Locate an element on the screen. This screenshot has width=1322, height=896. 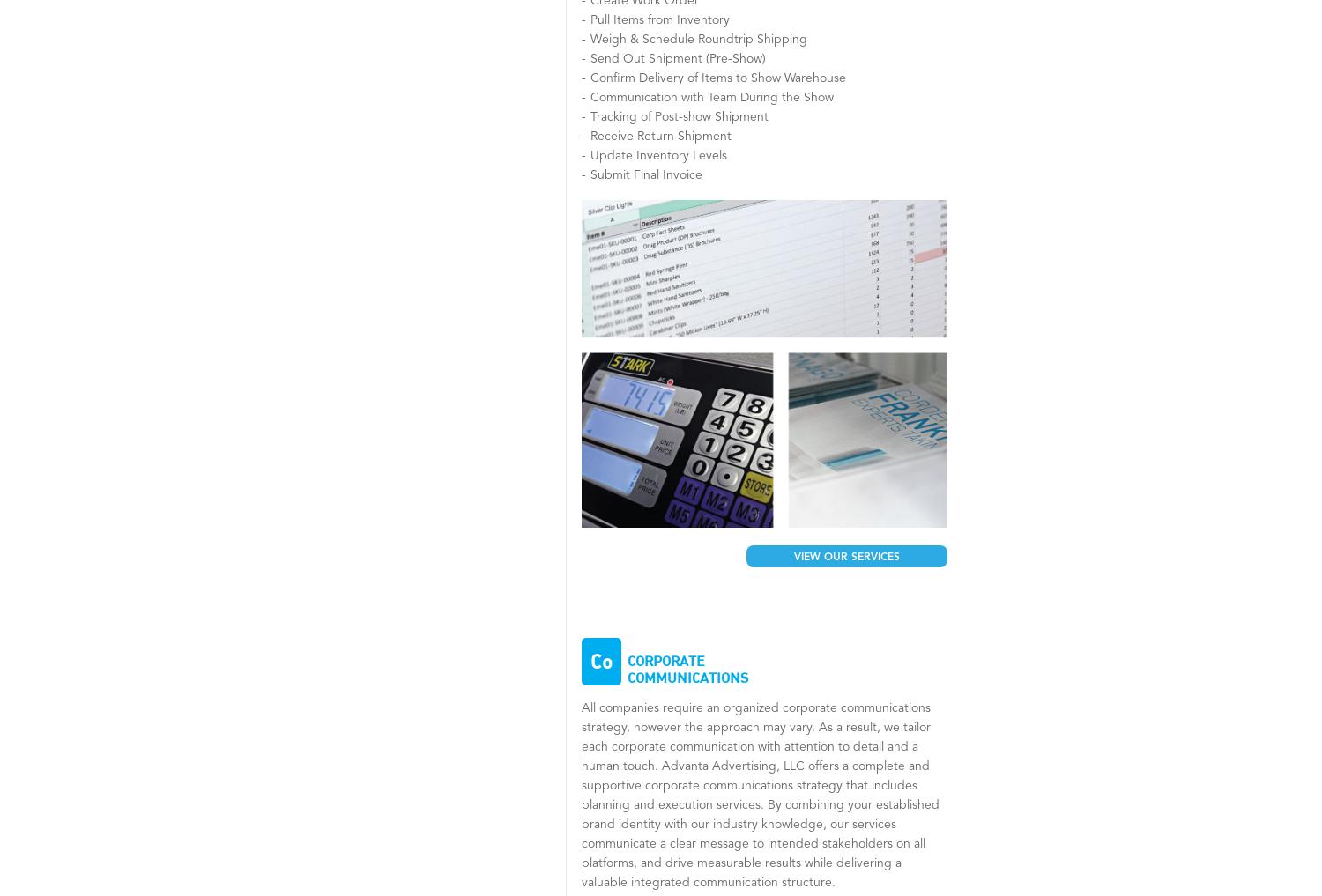
'Send Out Shipment (Pre-Show)' is located at coordinates (678, 59).